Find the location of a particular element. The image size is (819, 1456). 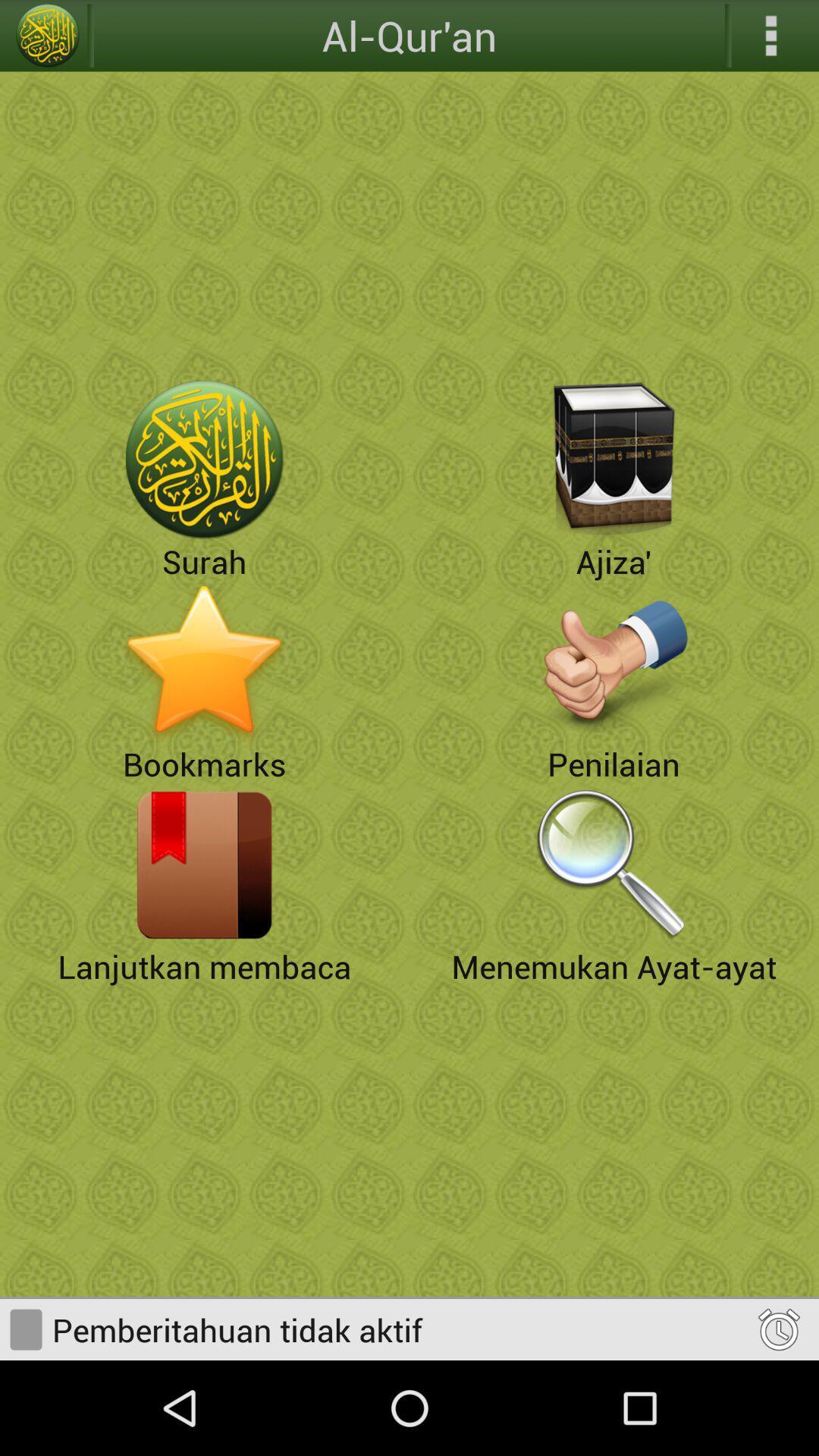

ajiza is located at coordinates (614, 459).